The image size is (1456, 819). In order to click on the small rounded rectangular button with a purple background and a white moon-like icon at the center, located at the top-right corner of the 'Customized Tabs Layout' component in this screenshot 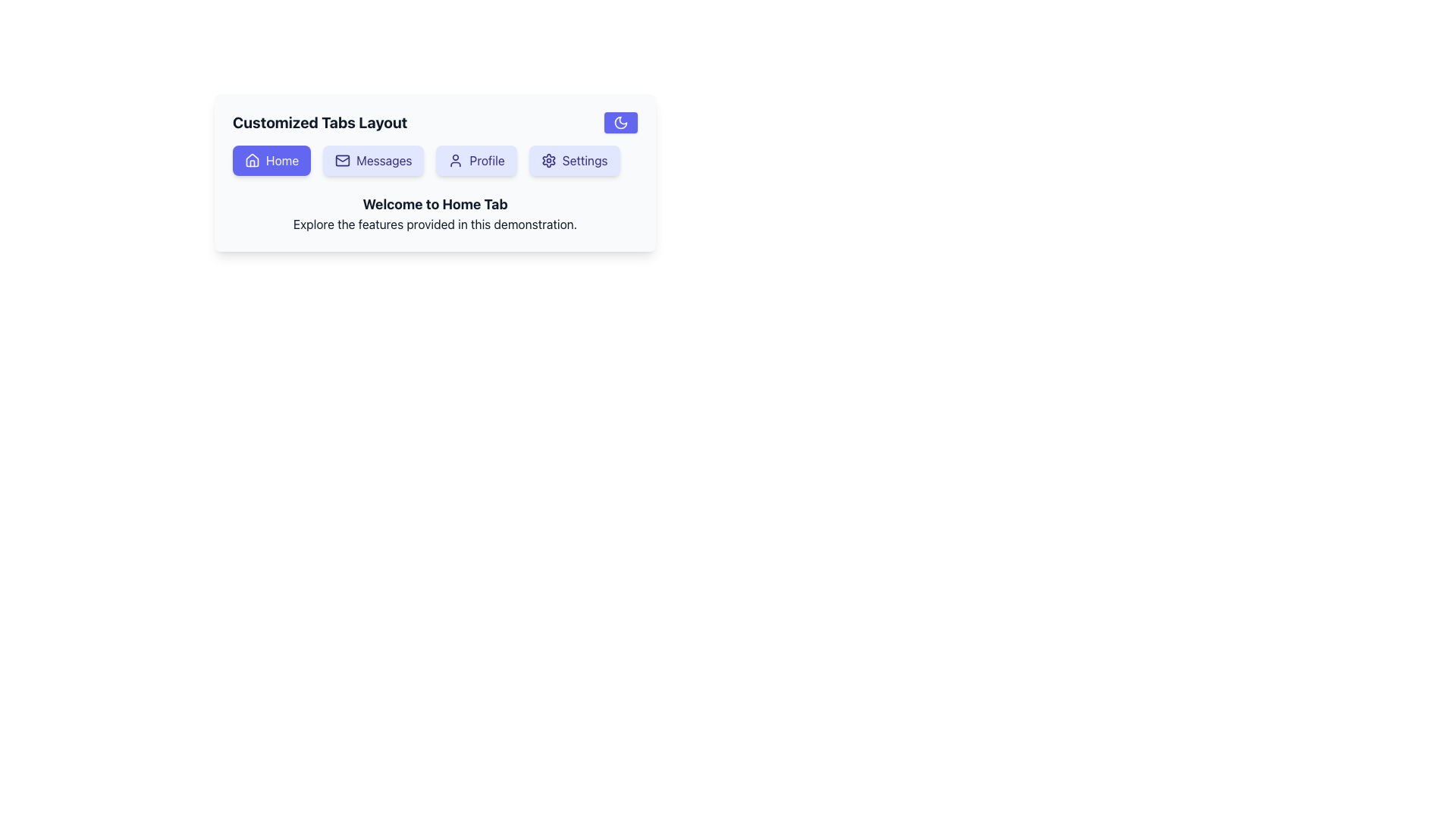, I will do `click(621, 122)`.